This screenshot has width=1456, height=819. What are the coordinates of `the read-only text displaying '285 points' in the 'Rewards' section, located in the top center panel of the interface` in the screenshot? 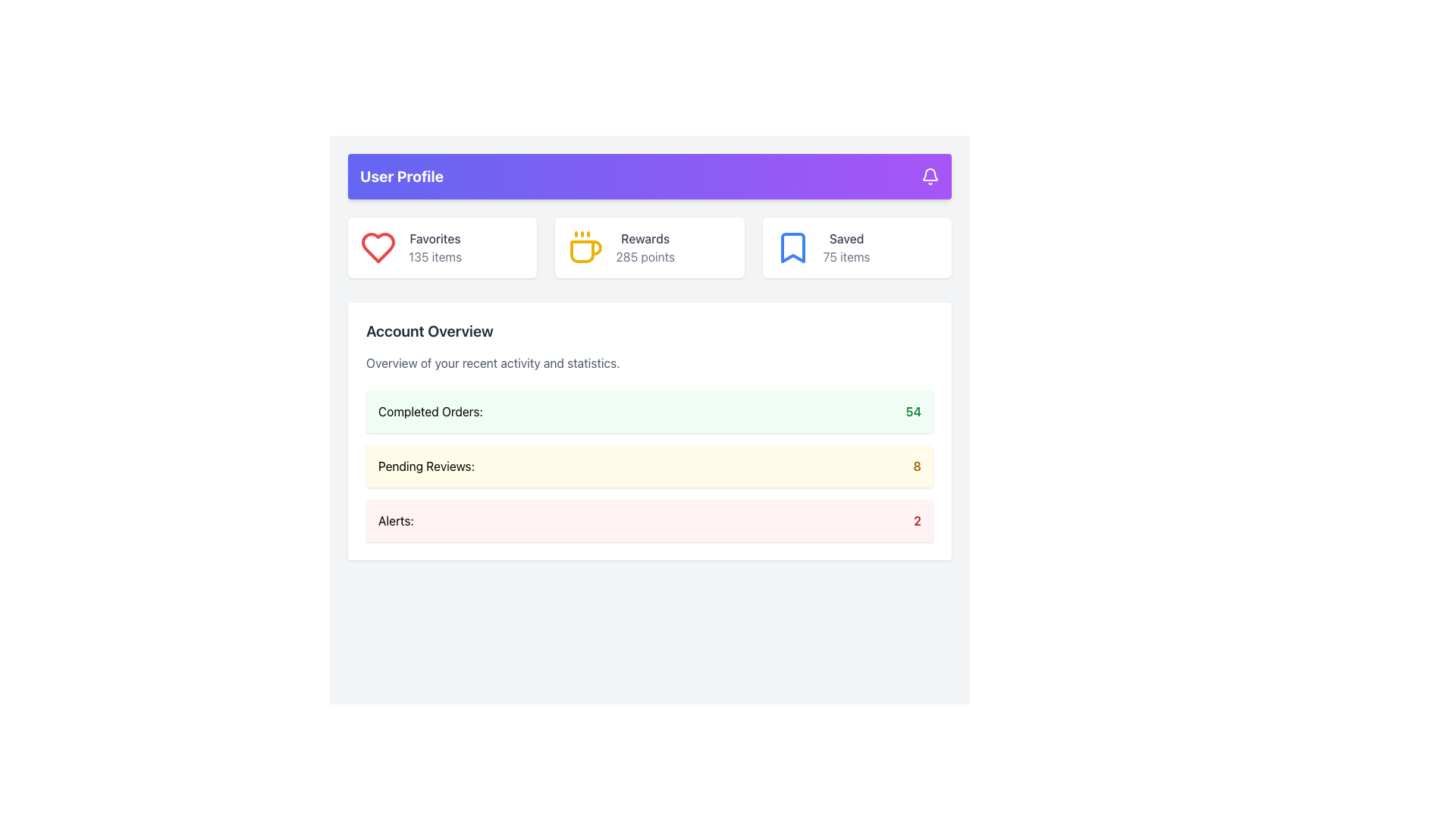 It's located at (645, 256).